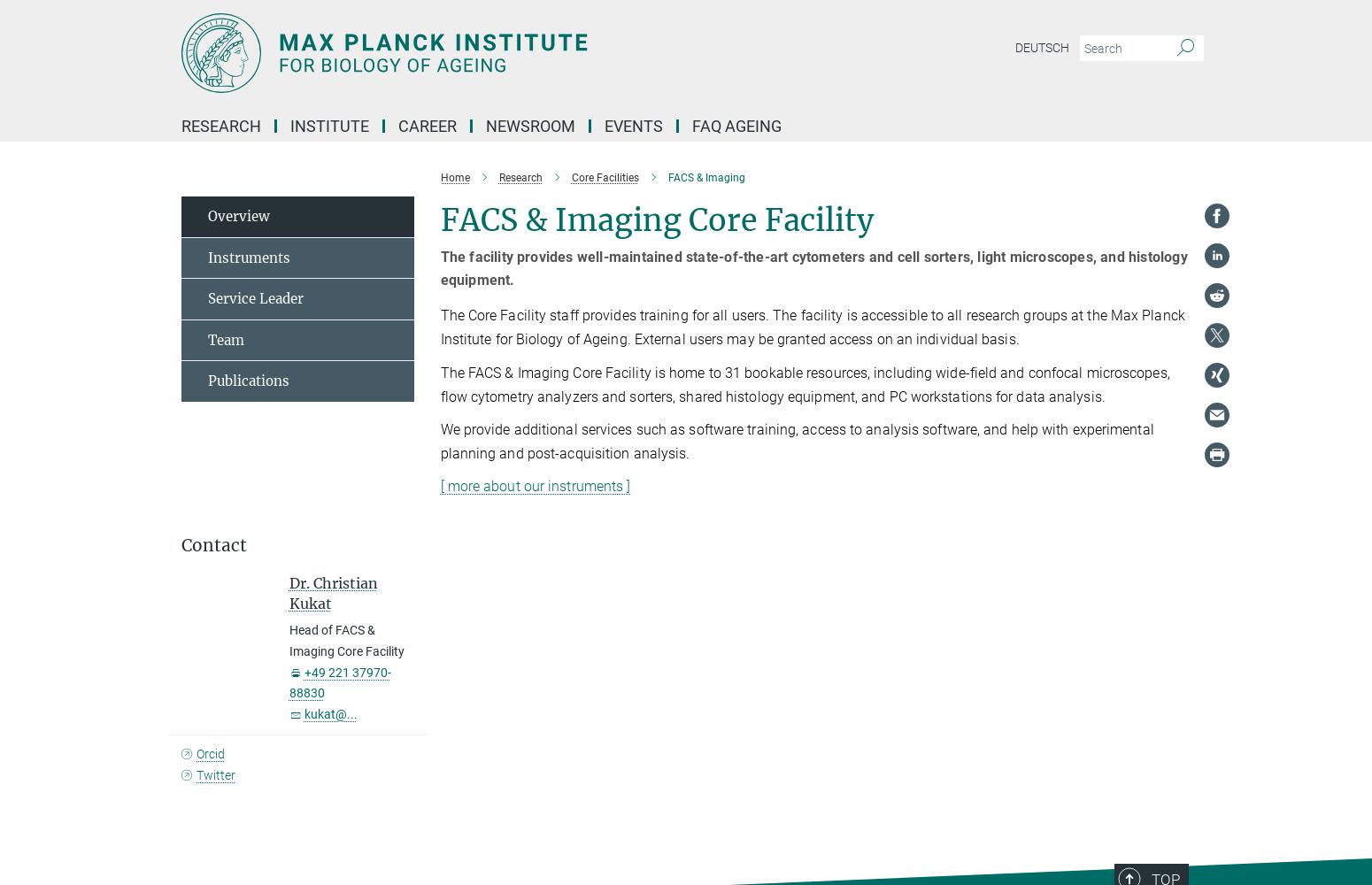 Image resolution: width=1372 pixels, height=885 pixels. I want to click on 'Fish Facility', so click(251, 383).